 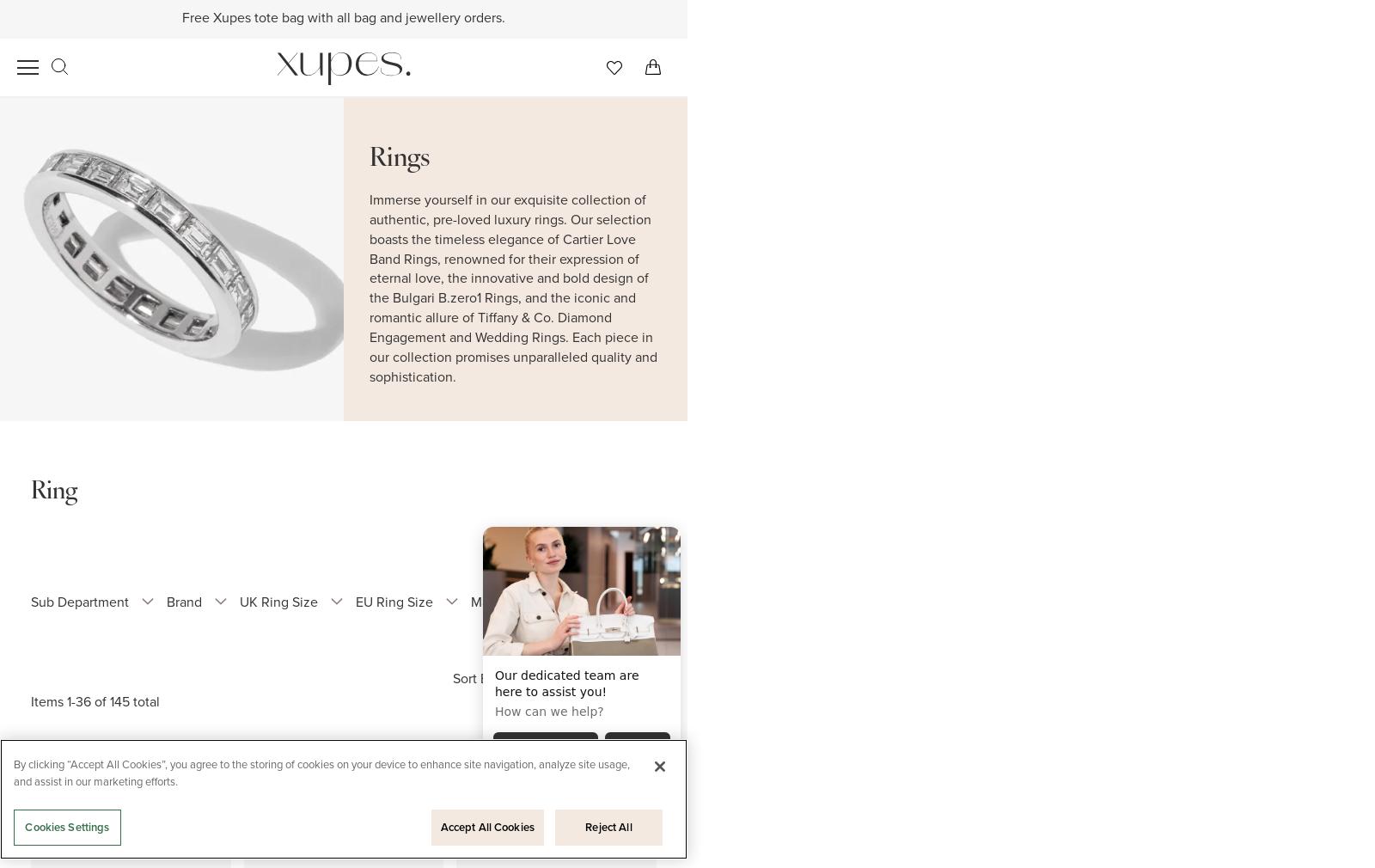 What do you see at coordinates (129, 701) in the screenshot?
I see `'total'` at bounding box center [129, 701].